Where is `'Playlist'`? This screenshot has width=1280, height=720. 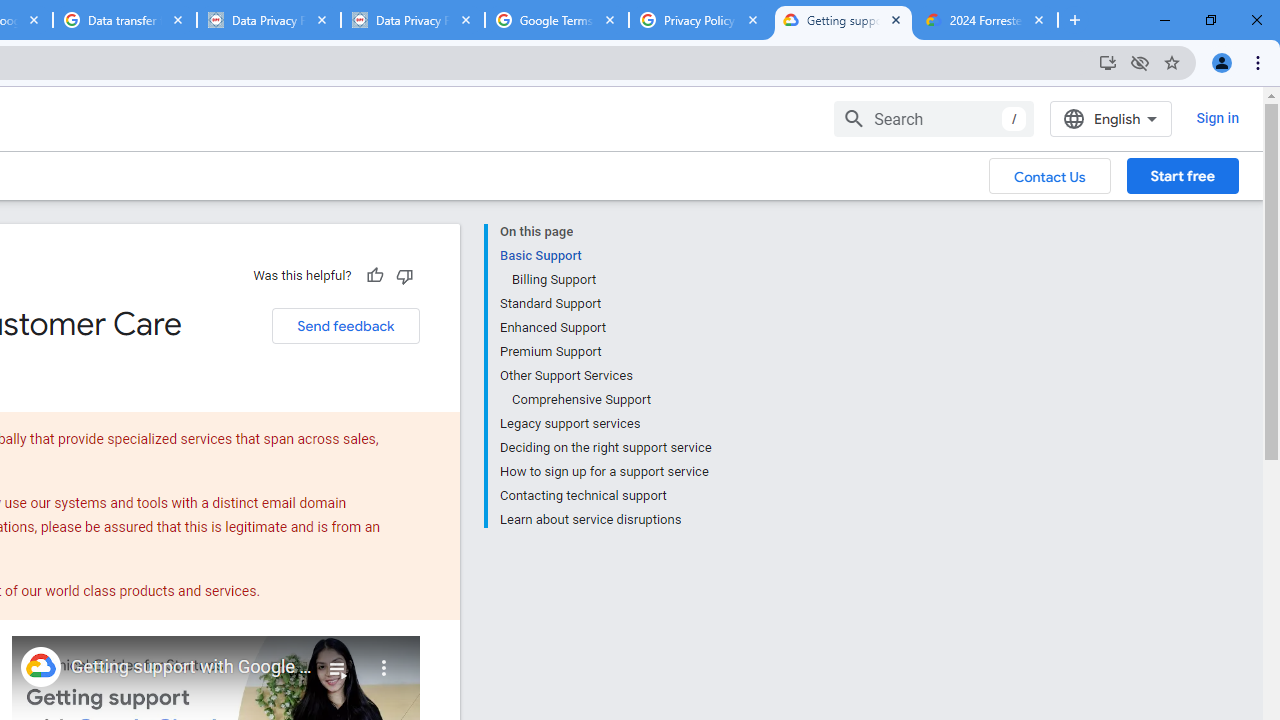
'Playlist' is located at coordinates (337, 660).